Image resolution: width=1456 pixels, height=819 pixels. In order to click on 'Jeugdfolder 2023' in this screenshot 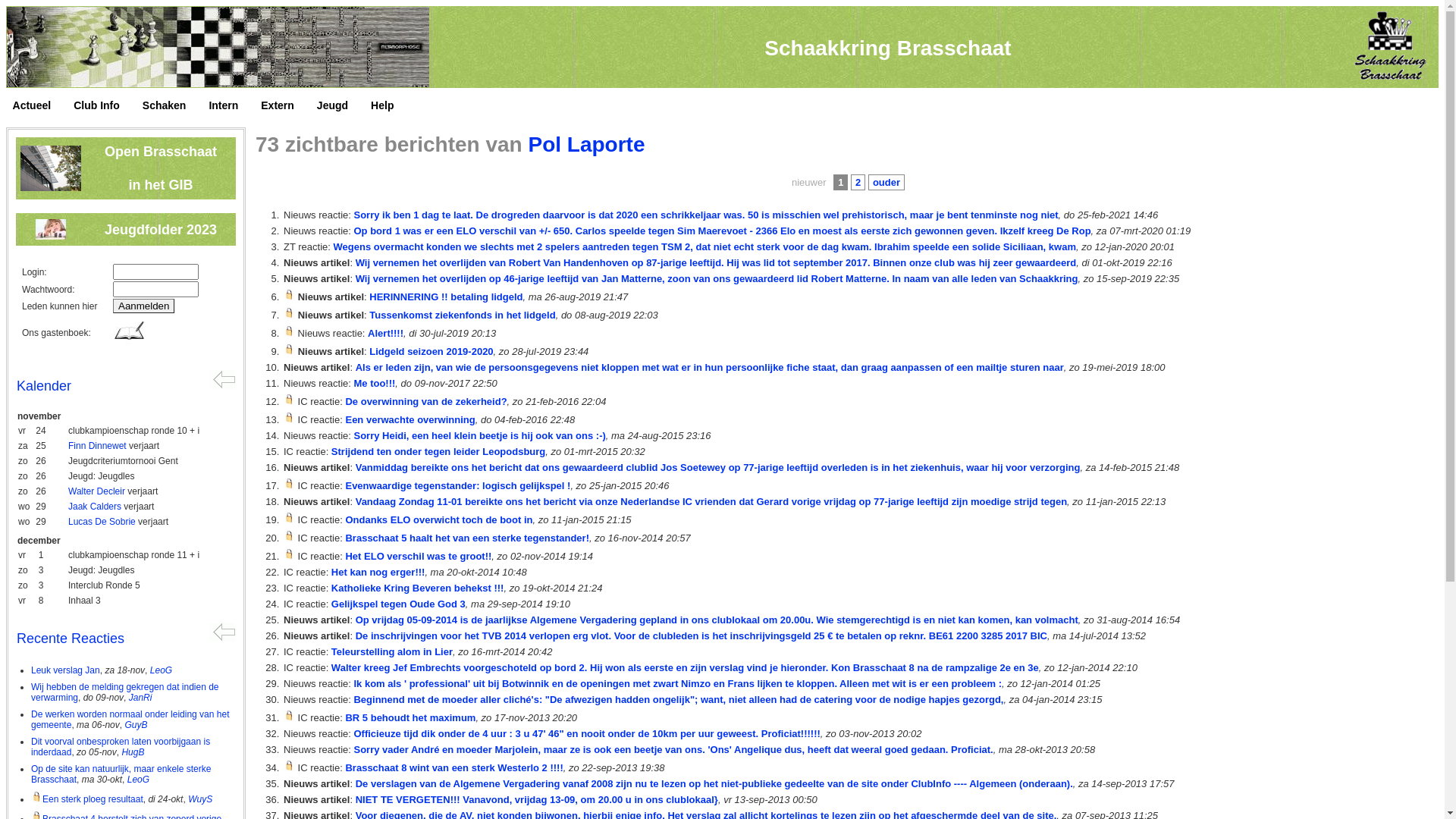, I will do `click(160, 230)`.